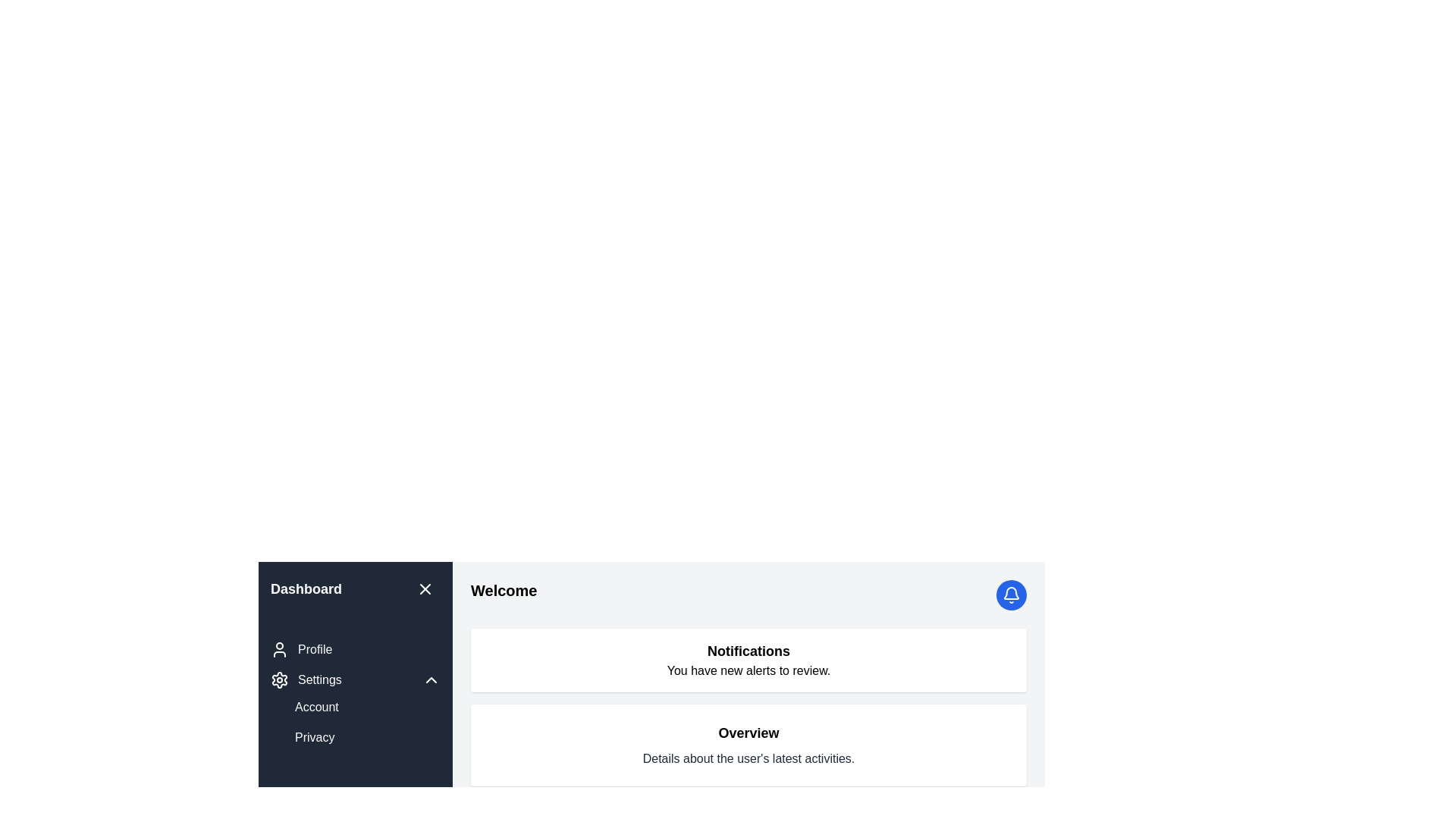 The width and height of the screenshot is (1456, 819). What do you see at coordinates (748, 733) in the screenshot?
I see `the bolded text heading element that reads 'Overview', which is styled with a larger font size and displayed on a white background, located centrally in the UI above the descriptive text 'Details about the user's latest activities'` at bounding box center [748, 733].